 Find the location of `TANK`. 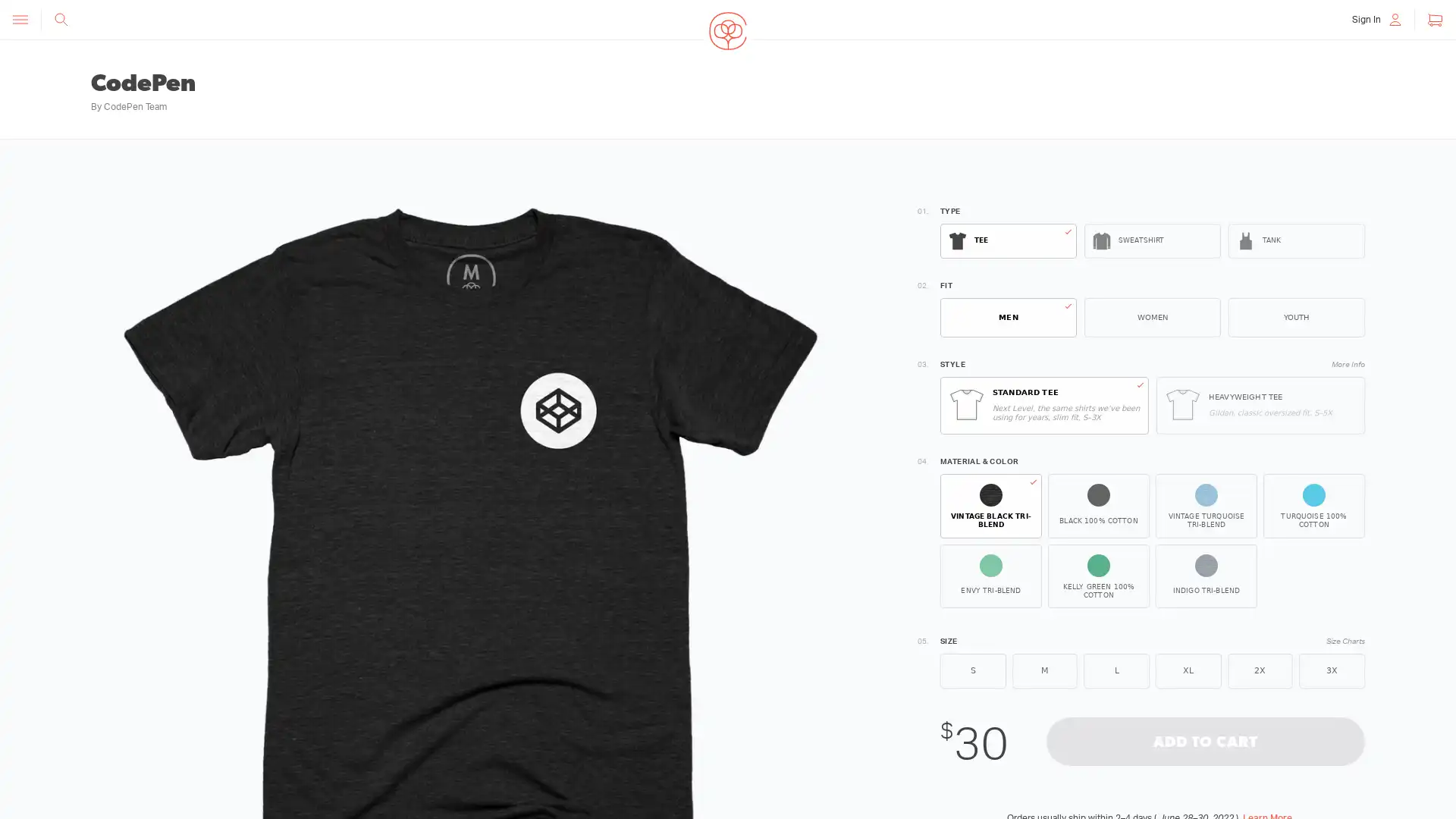

TANK is located at coordinates (1295, 240).